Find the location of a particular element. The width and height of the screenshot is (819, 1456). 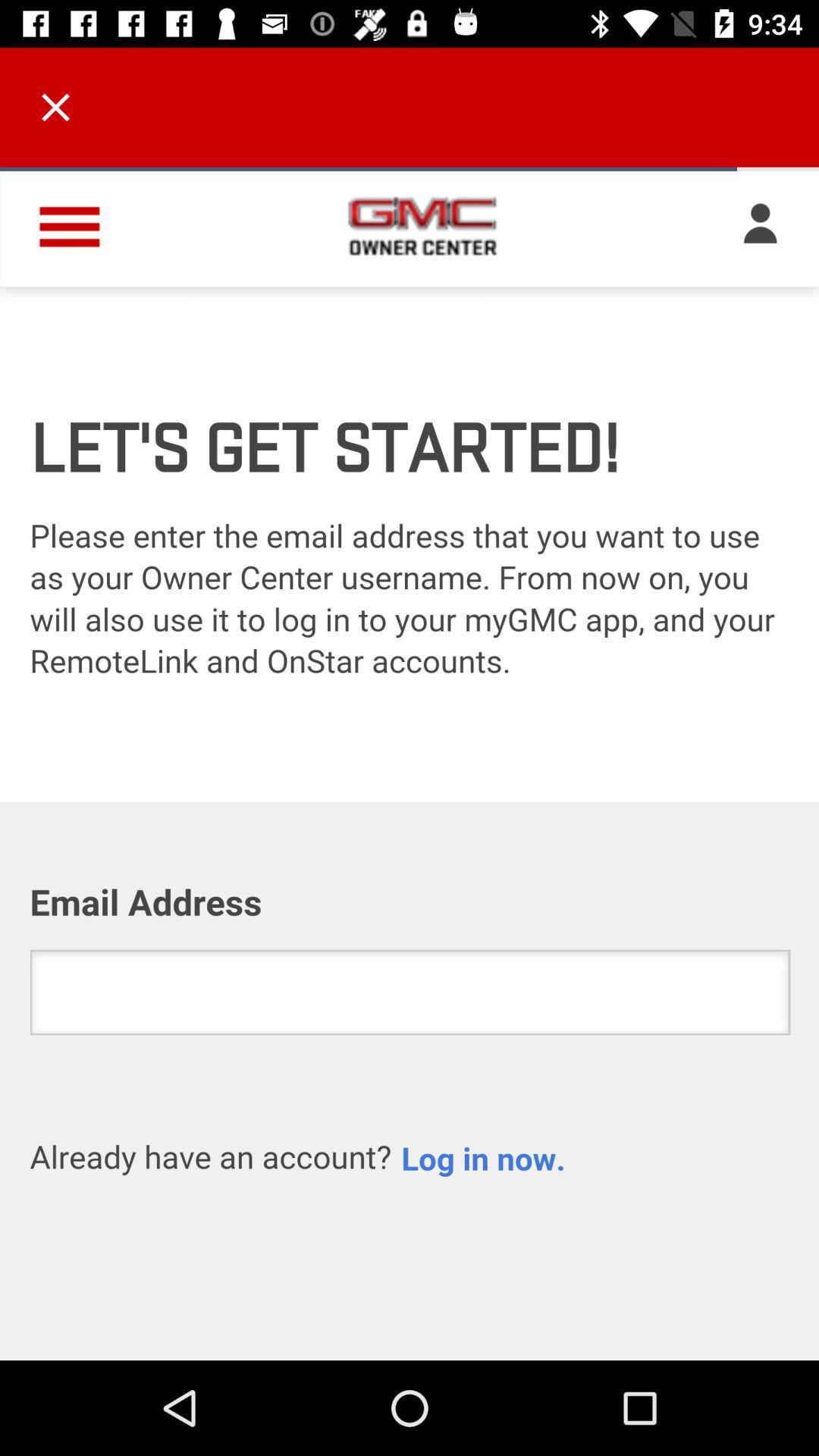

the close icon is located at coordinates (55, 106).